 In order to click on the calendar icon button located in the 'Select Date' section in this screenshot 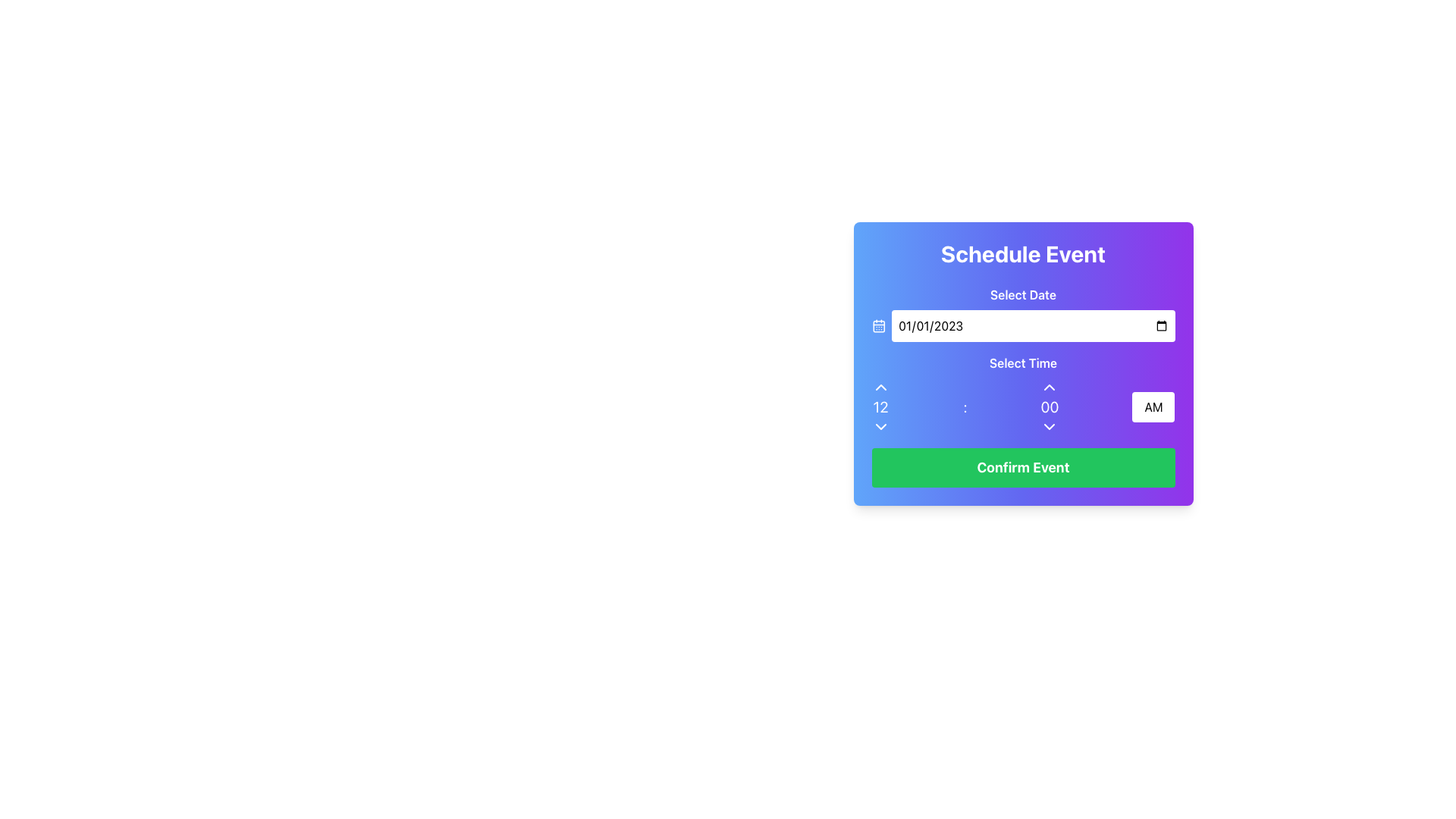, I will do `click(878, 325)`.